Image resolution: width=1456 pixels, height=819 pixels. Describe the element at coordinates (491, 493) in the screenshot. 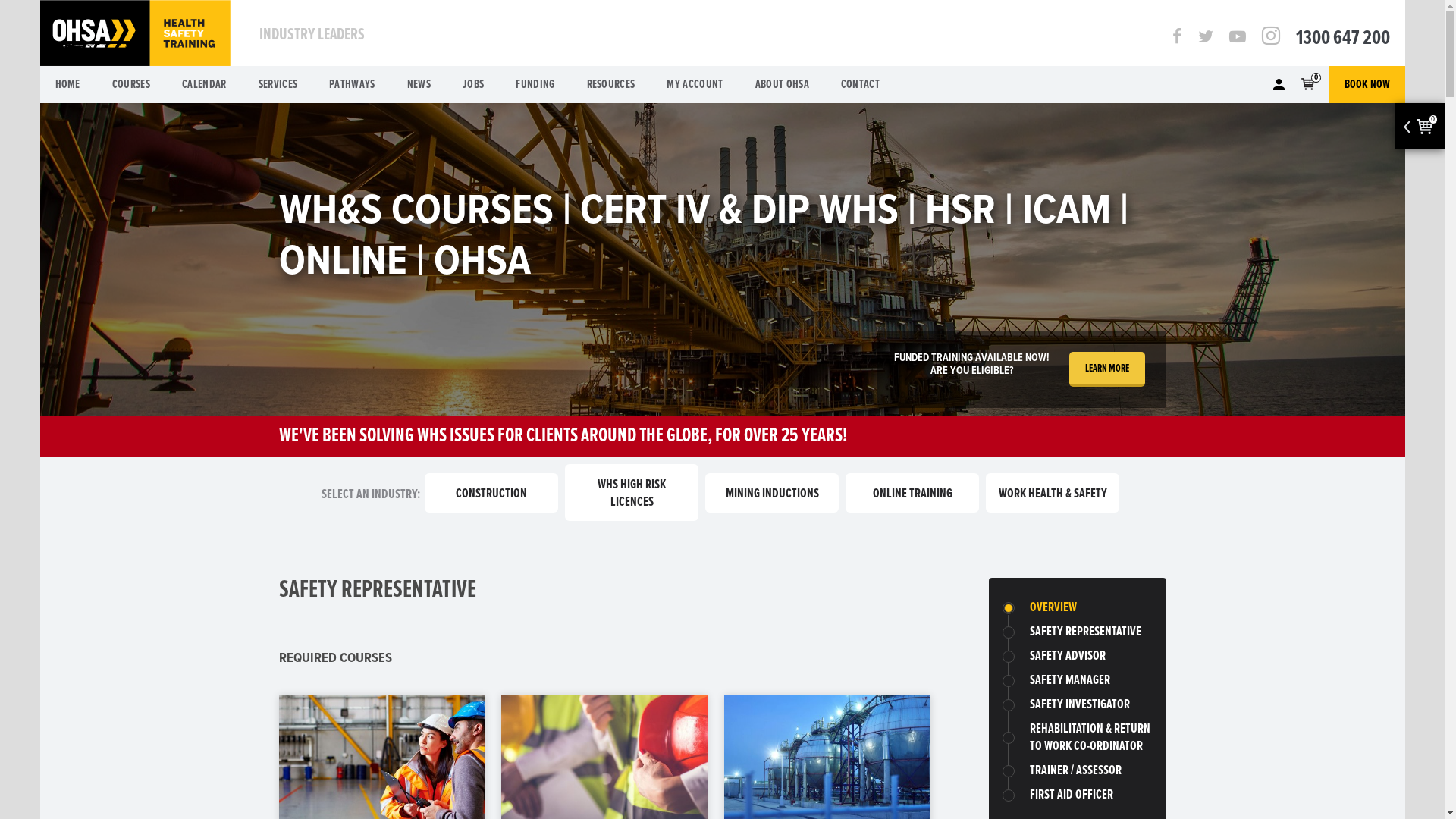

I see `'CONSTRUCTION'` at that location.